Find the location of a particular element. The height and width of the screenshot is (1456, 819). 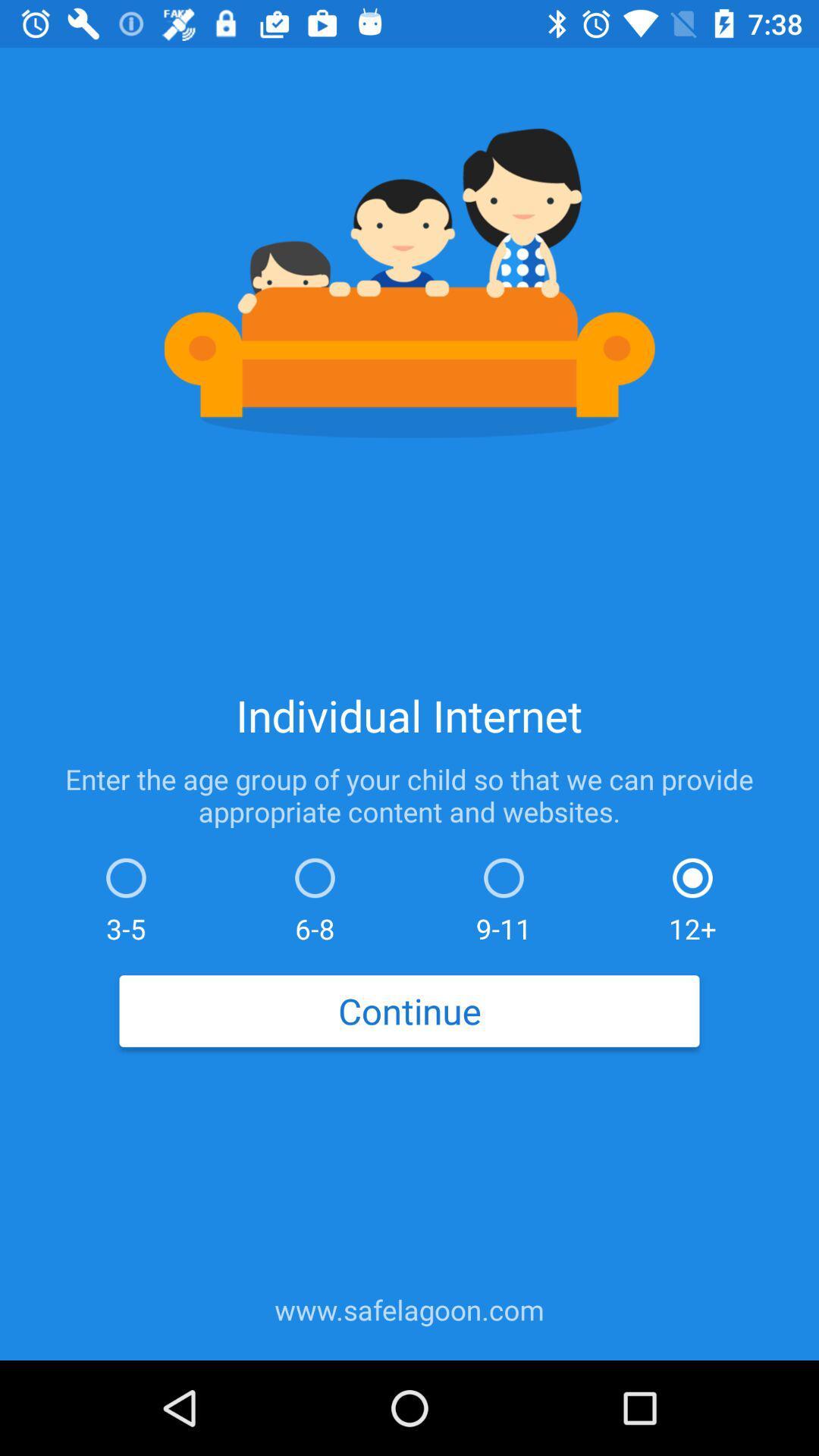

the icon next to 12+ is located at coordinates (504, 896).